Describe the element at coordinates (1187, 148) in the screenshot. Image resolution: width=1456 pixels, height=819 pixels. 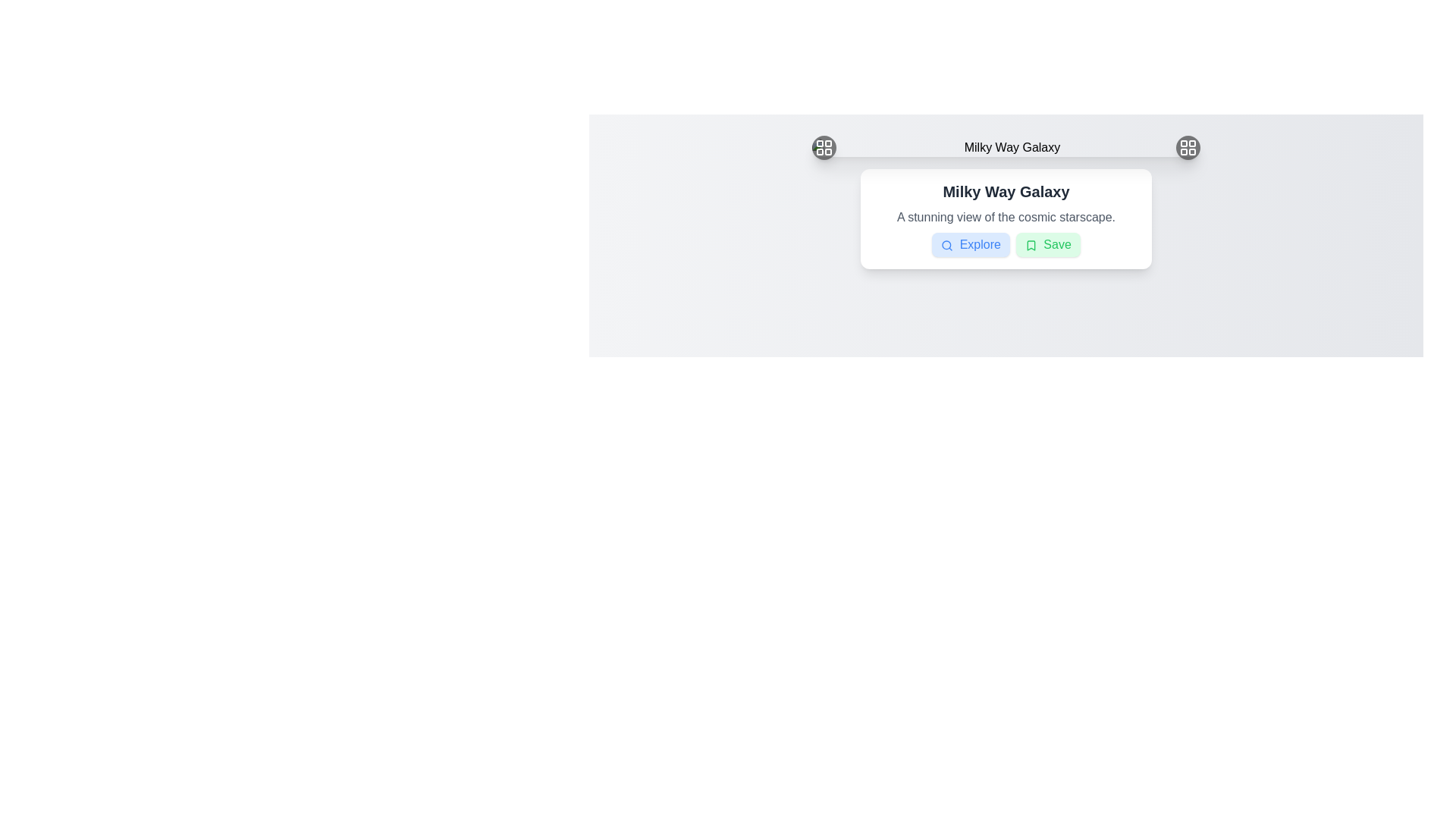
I see `the circular button icon located at the top-right corner of its section, adjacent to the 'Milky Way Galaxy' text` at that location.